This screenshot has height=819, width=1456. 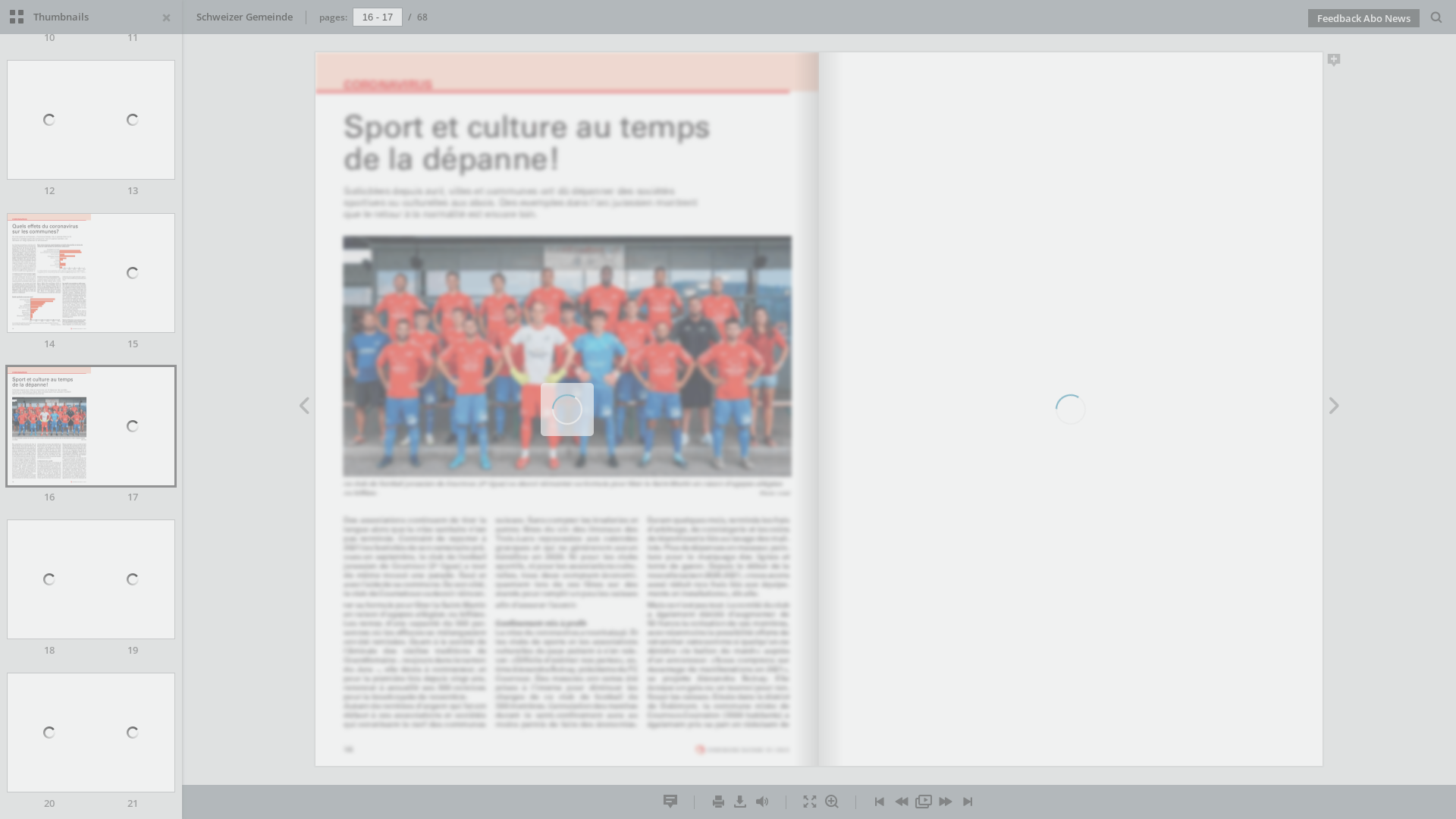 What do you see at coordinates (761, 801) in the screenshot?
I see `'Toggle Sound'` at bounding box center [761, 801].